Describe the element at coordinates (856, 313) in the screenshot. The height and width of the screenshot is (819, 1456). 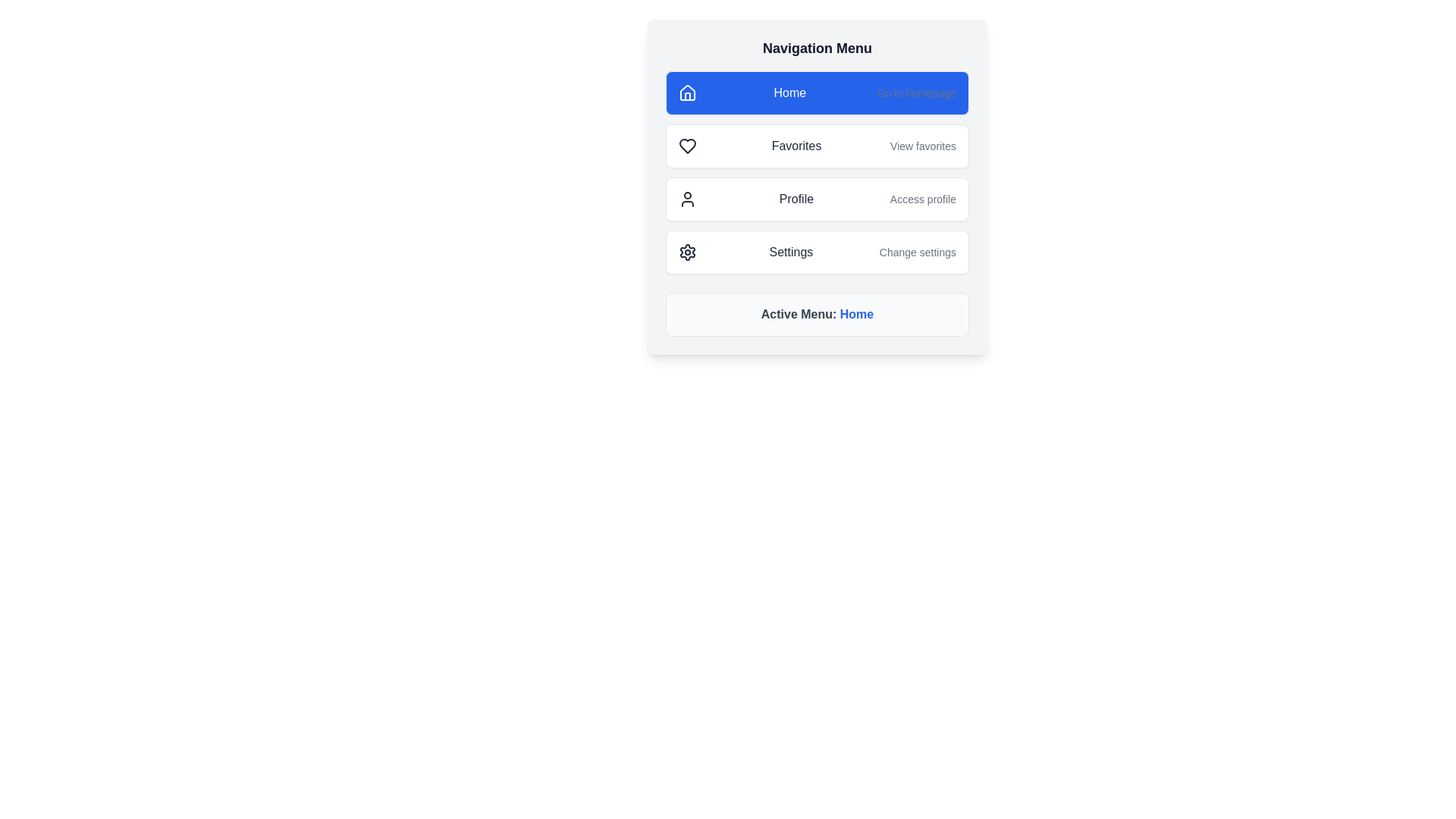
I see `the 'Home' text label, which is in bold blue font and located immediately after the 'Active Menu:' heading` at that location.